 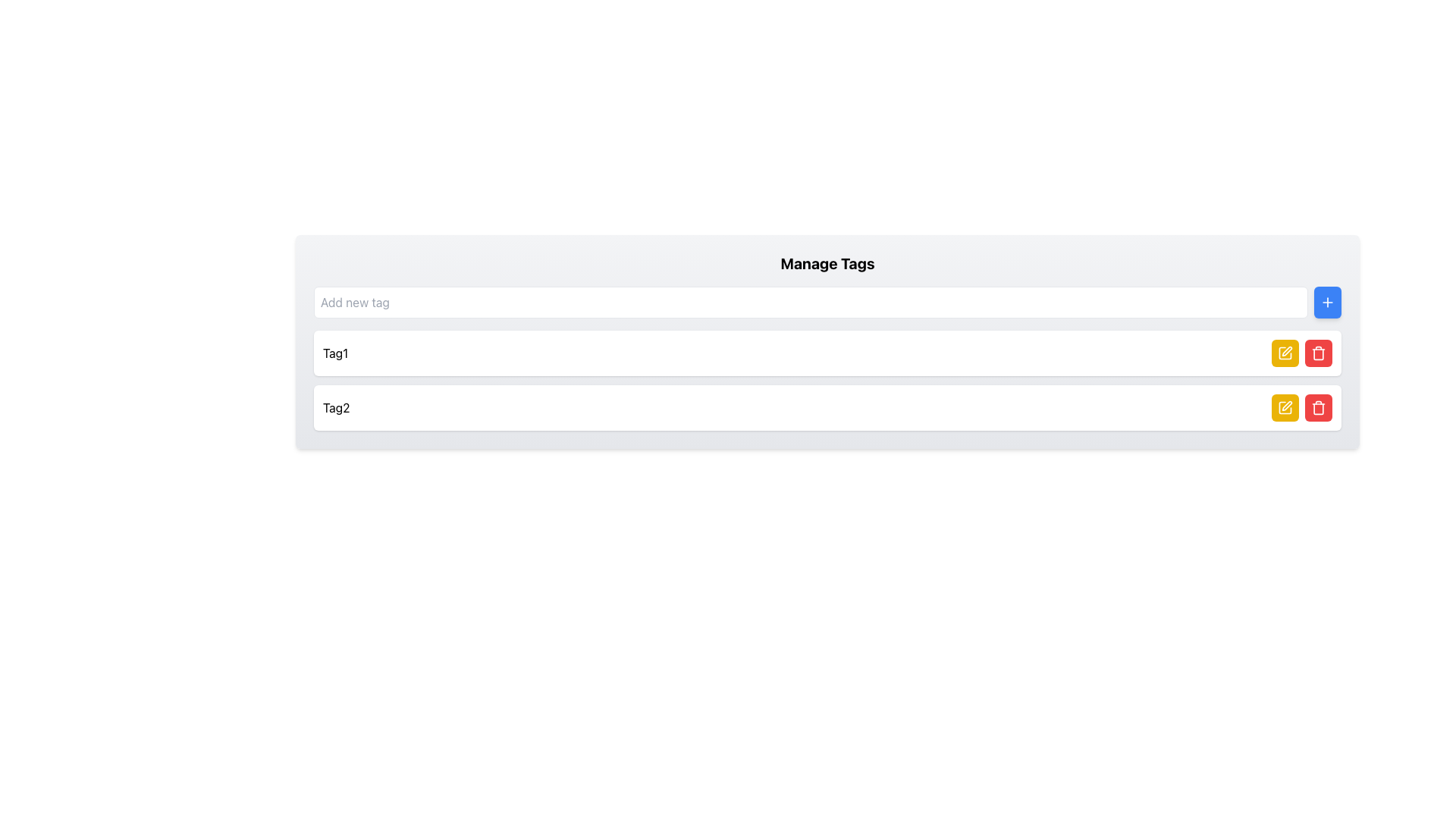 I want to click on the first action icon button to the left of the trash-can-shaped icon for editing the corresponding tag associated with 'Tag2.', so click(x=1286, y=405).